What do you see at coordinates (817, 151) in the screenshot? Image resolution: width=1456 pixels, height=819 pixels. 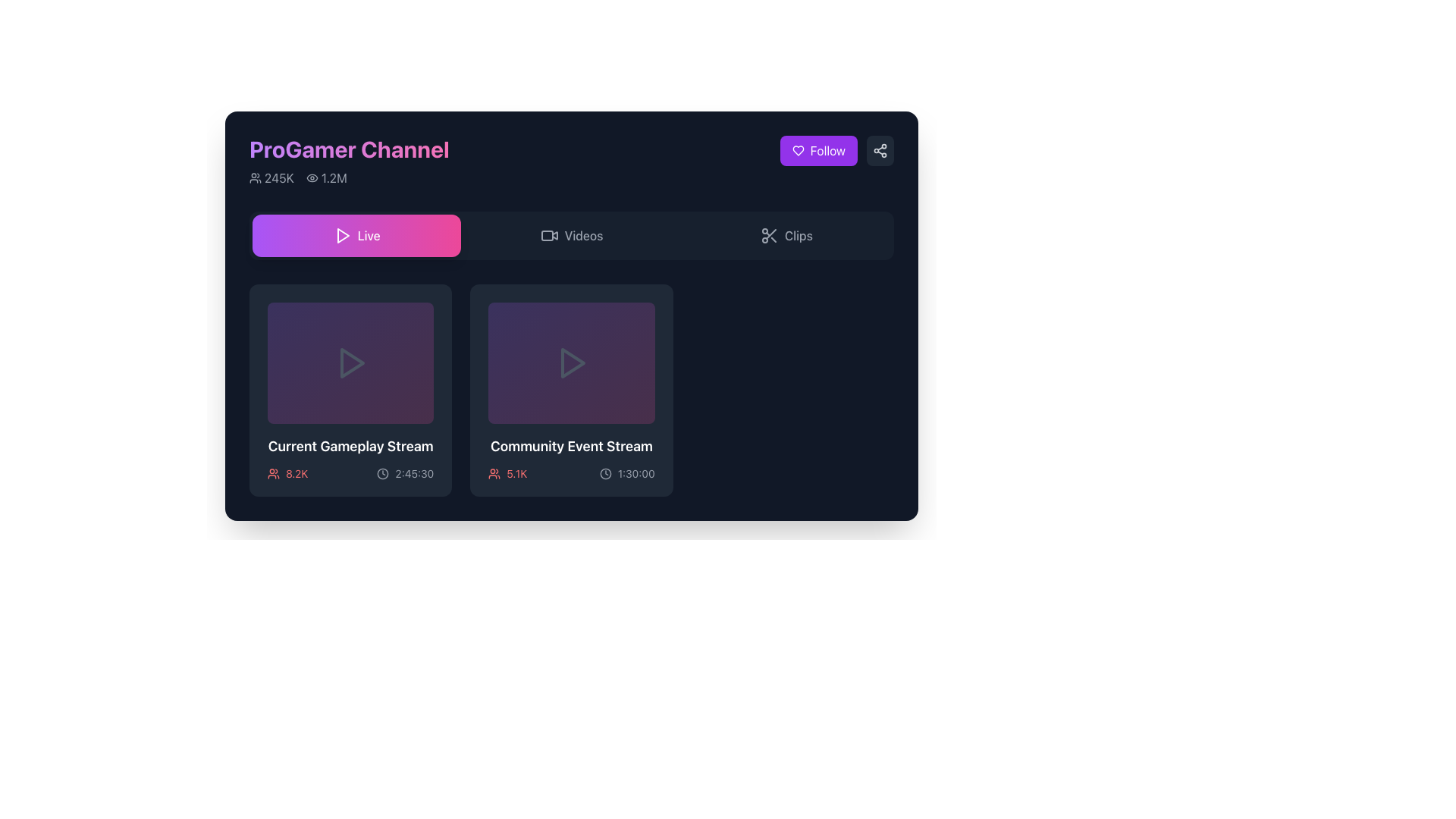 I see `the follow button located in the top-right corner of the interface` at bounding box center [817, 151].